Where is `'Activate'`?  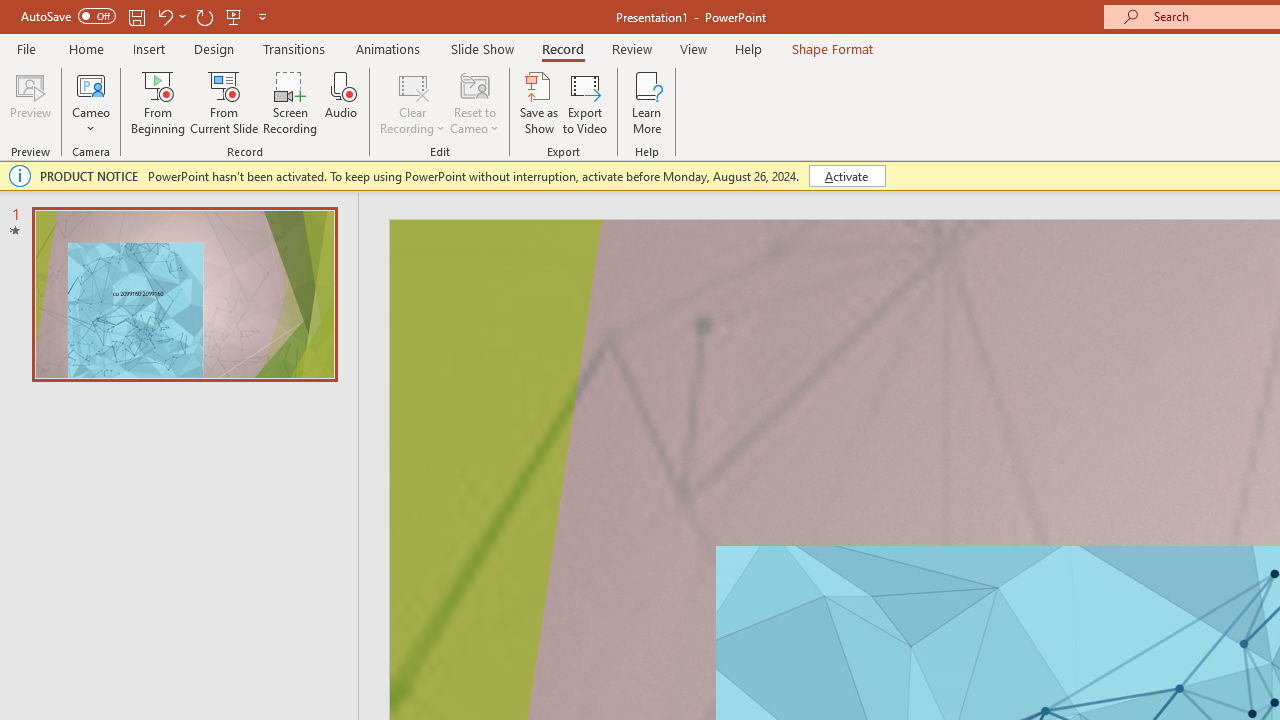
'Activate' is located at coordinates (847, 175).